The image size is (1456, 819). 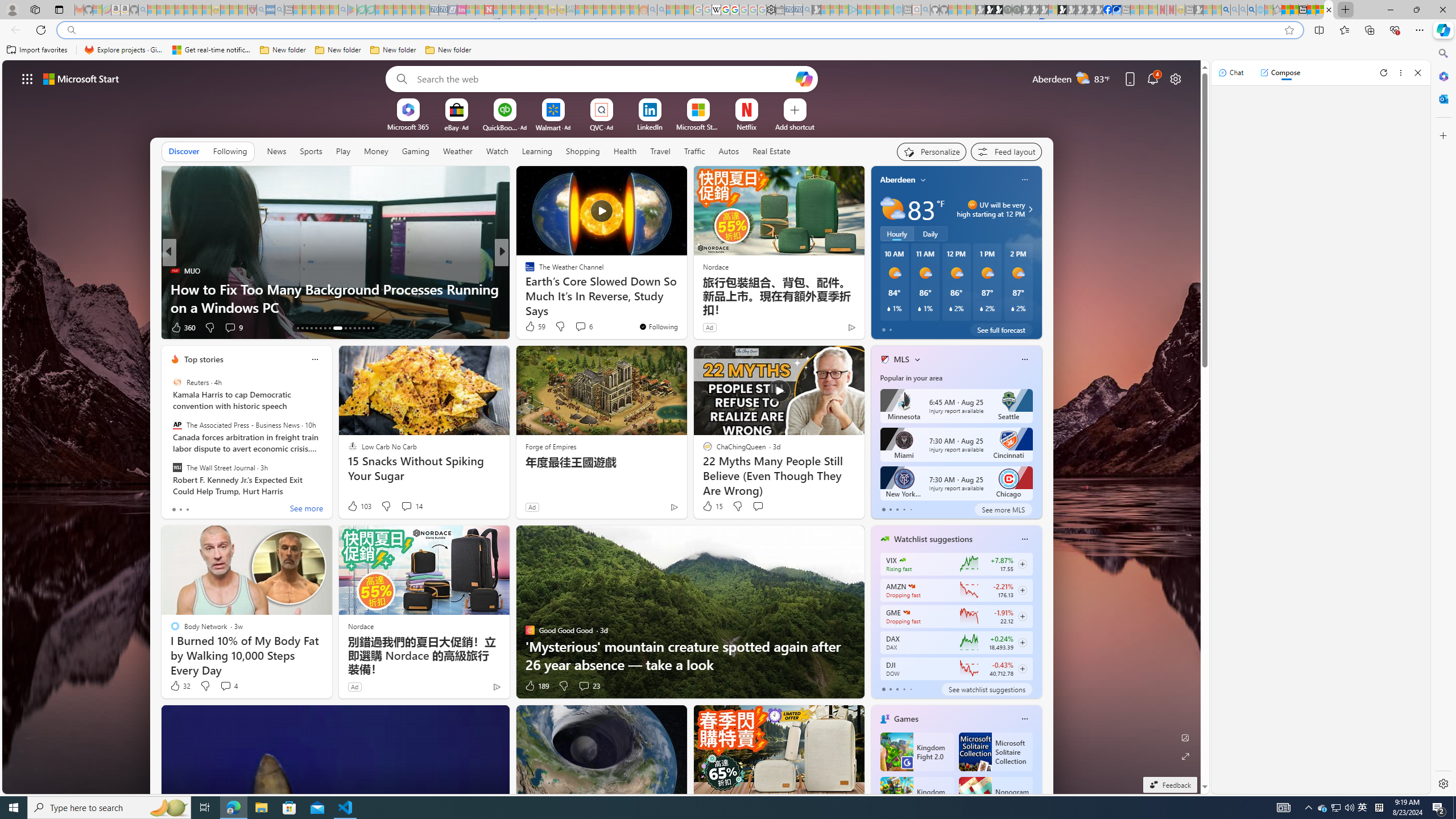 What do you see at coordinates (624, 150) in the screenshot?
I see `'Health'` at bounding box center [624, 150].